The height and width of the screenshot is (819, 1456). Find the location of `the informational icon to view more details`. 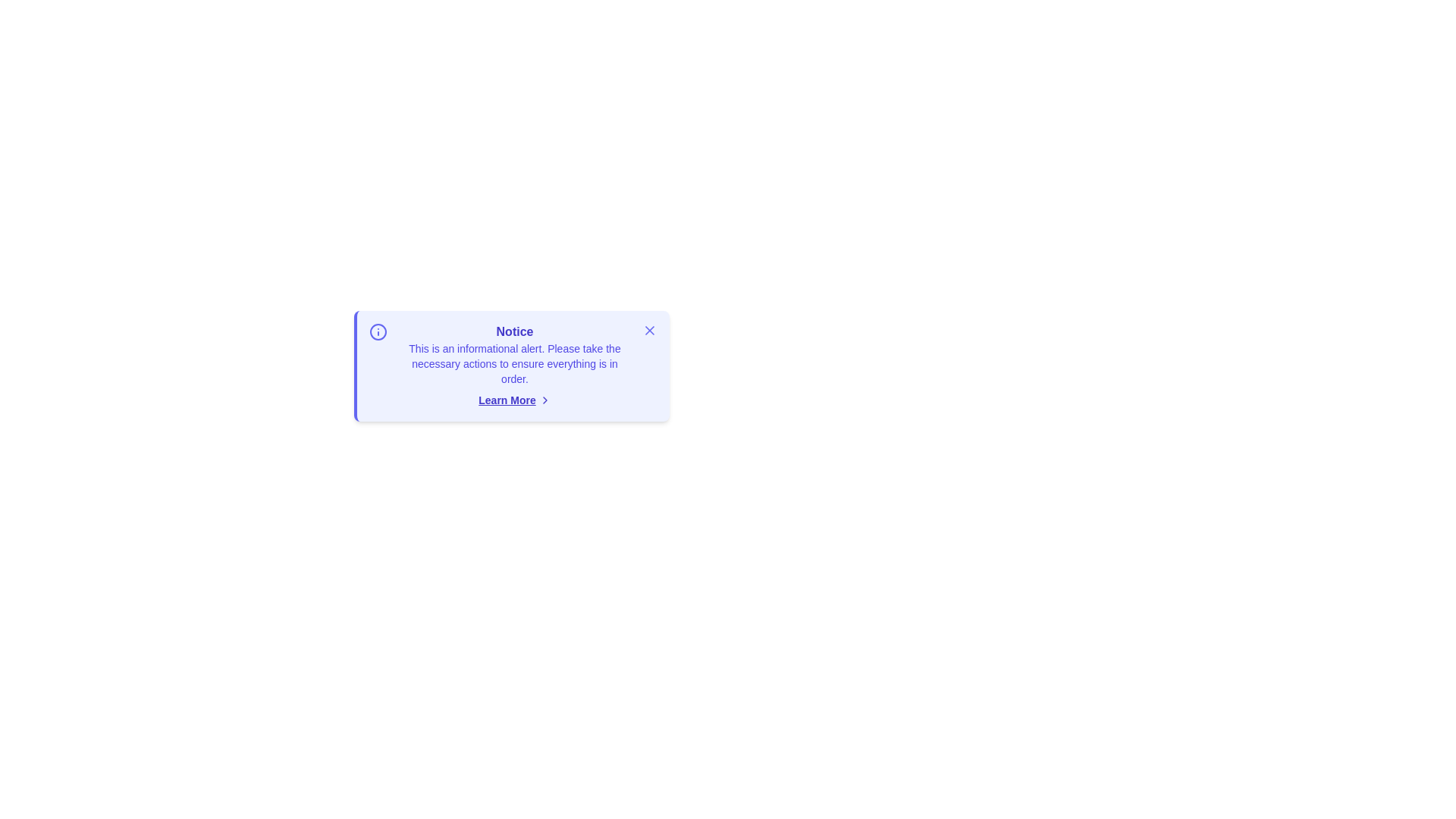

the informational icon to view more details is located at coordinates (378, 331).